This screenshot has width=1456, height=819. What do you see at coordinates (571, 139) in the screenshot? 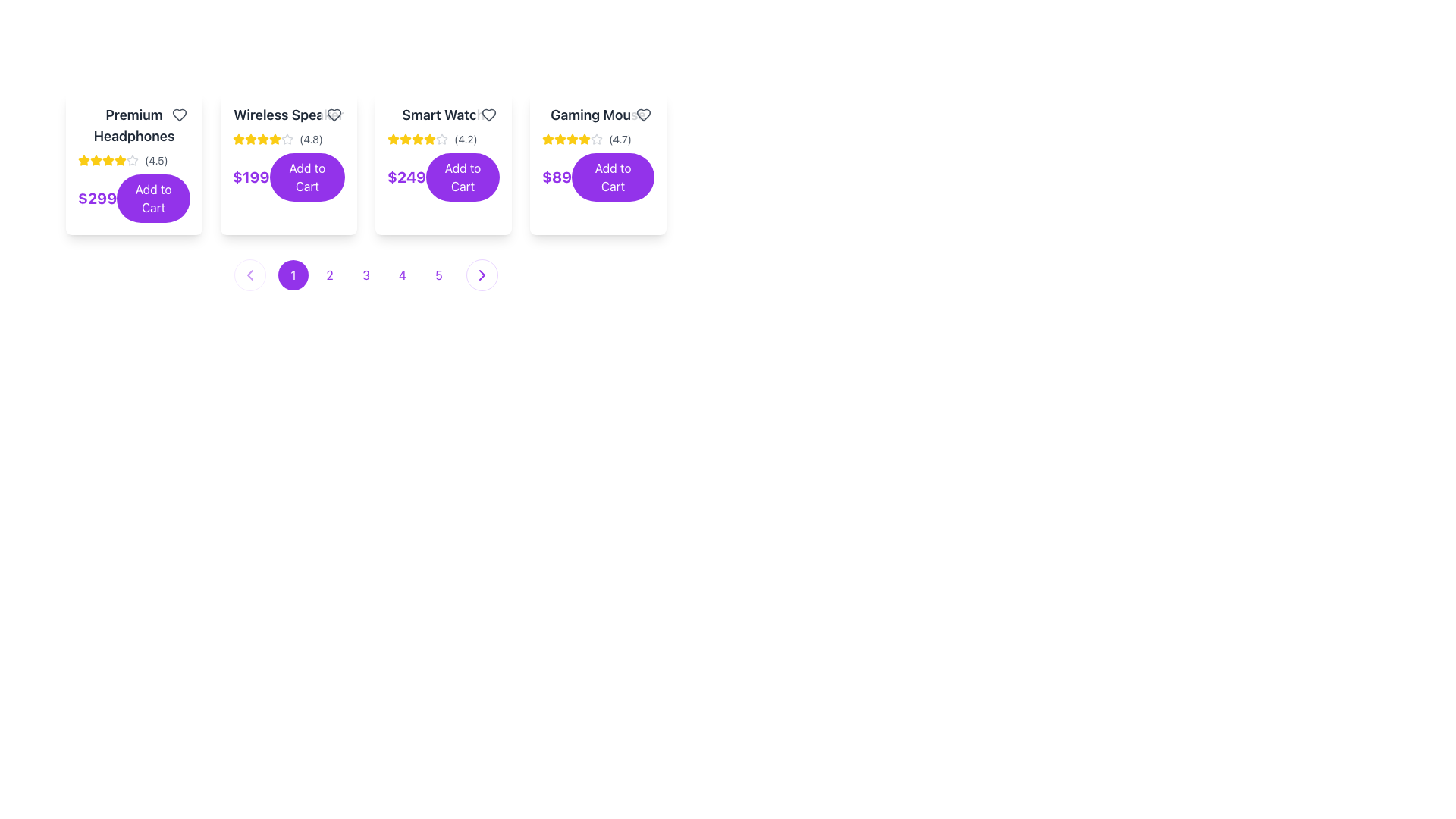
I see `the third star icon in the five-star rating system for the 'Gaming Mouse' product to possibly interact or display additional information` at bounding box center [571, 139].